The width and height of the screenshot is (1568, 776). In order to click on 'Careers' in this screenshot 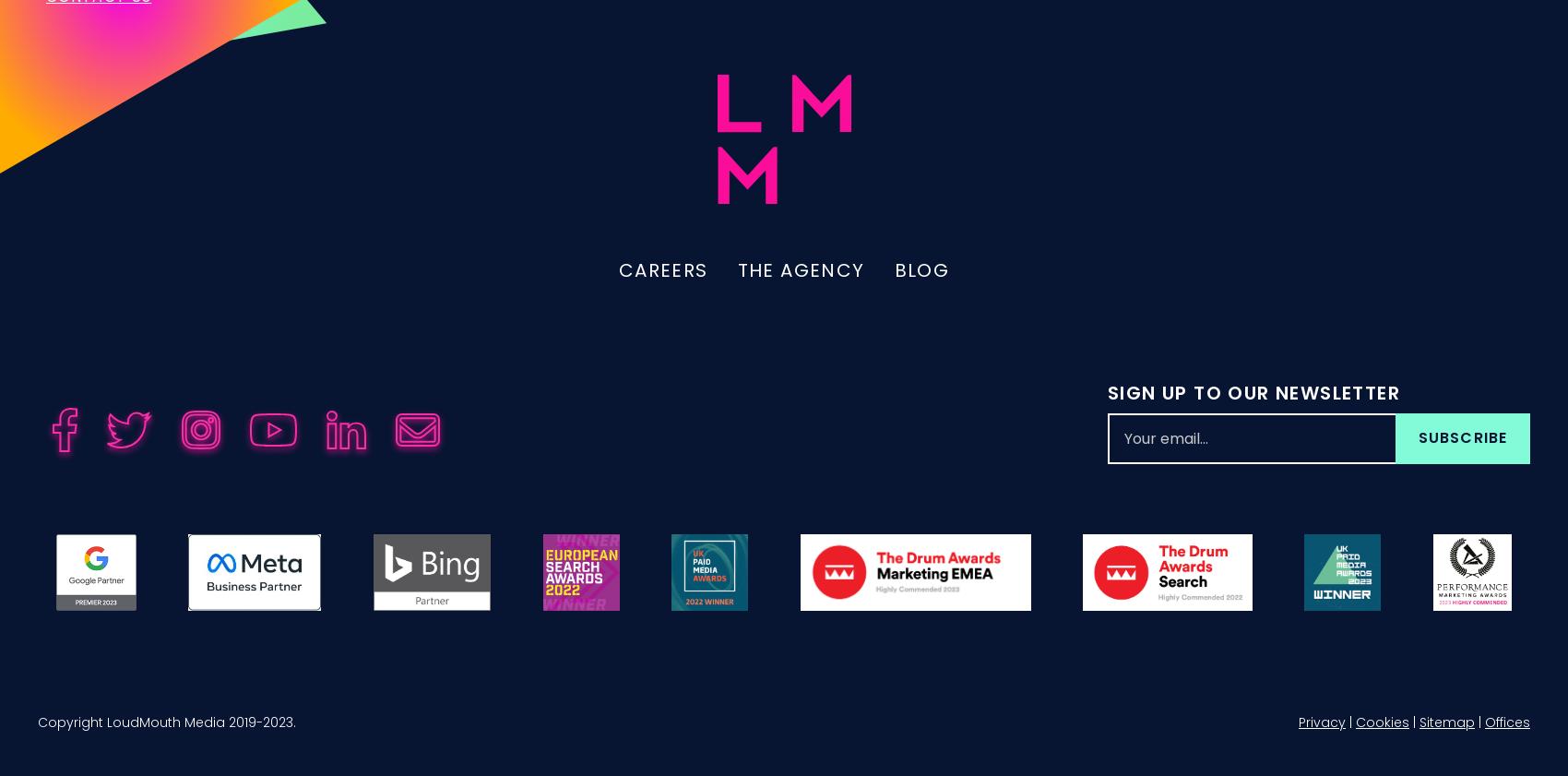, I will do `click(662, 290)`.